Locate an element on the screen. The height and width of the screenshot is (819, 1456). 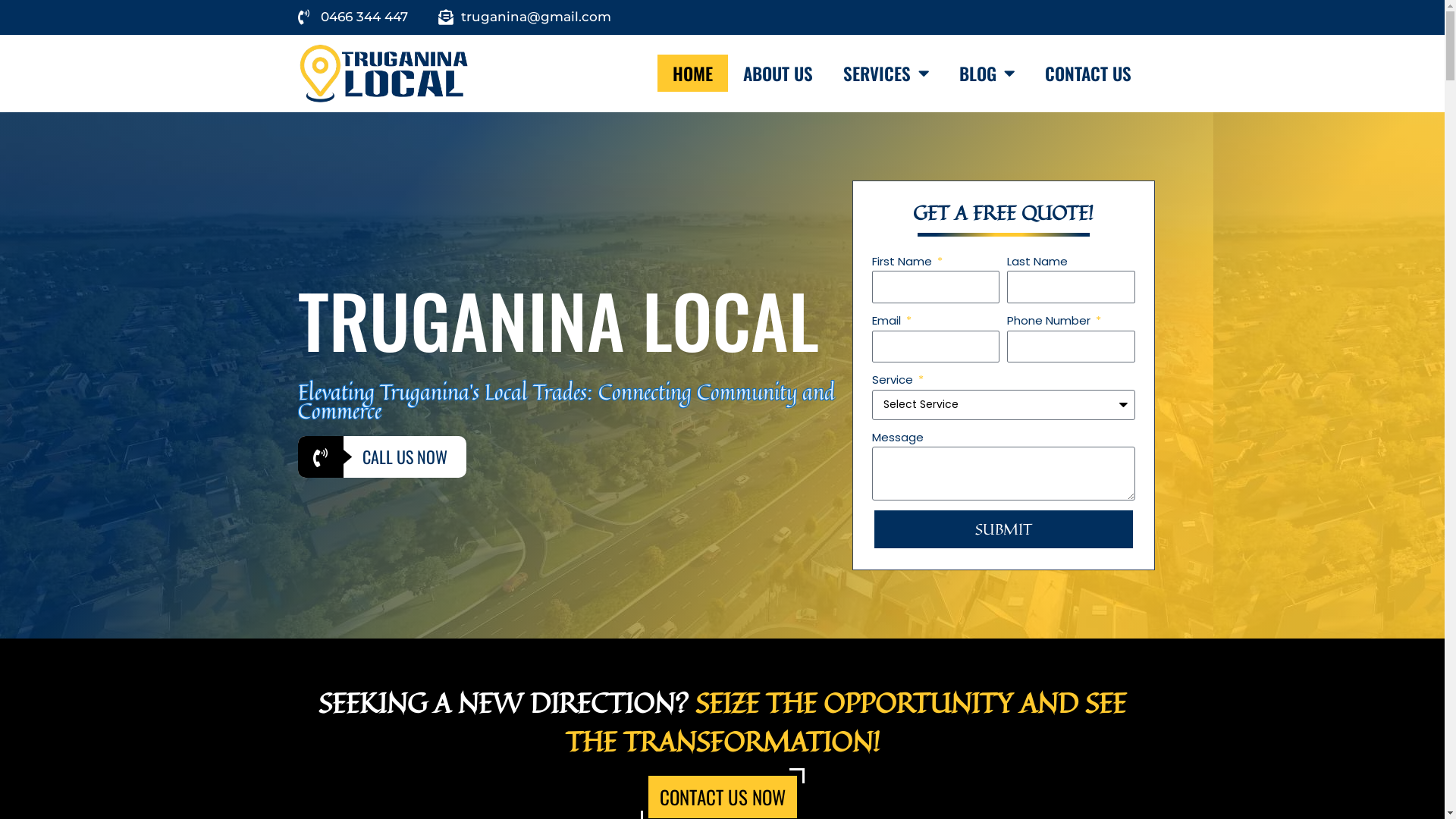
'HOME' is located at coordinates (657, 73).